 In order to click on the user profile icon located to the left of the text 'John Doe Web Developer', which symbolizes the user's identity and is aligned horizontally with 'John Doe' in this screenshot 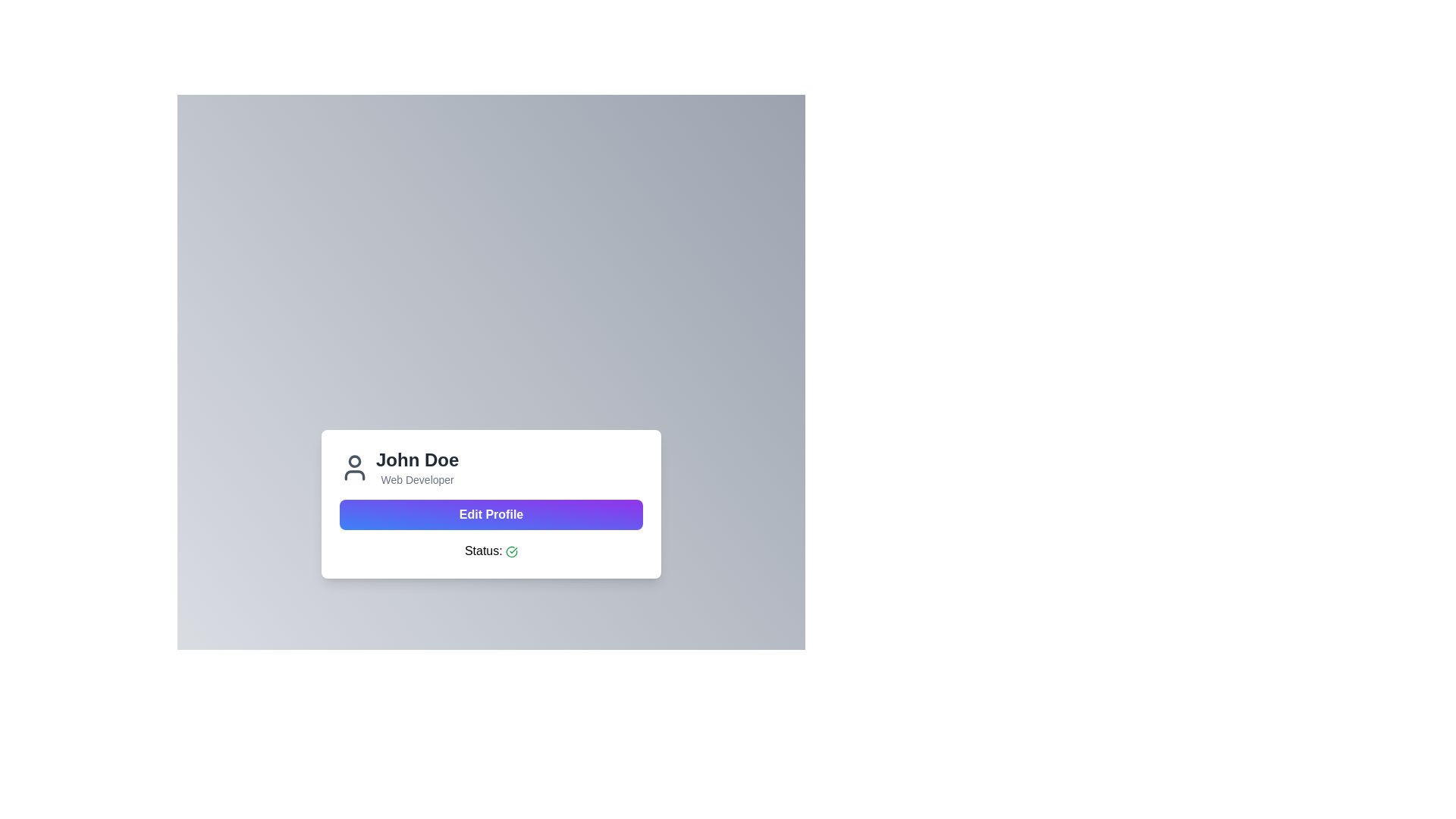, I will do `click(353, 467)`.